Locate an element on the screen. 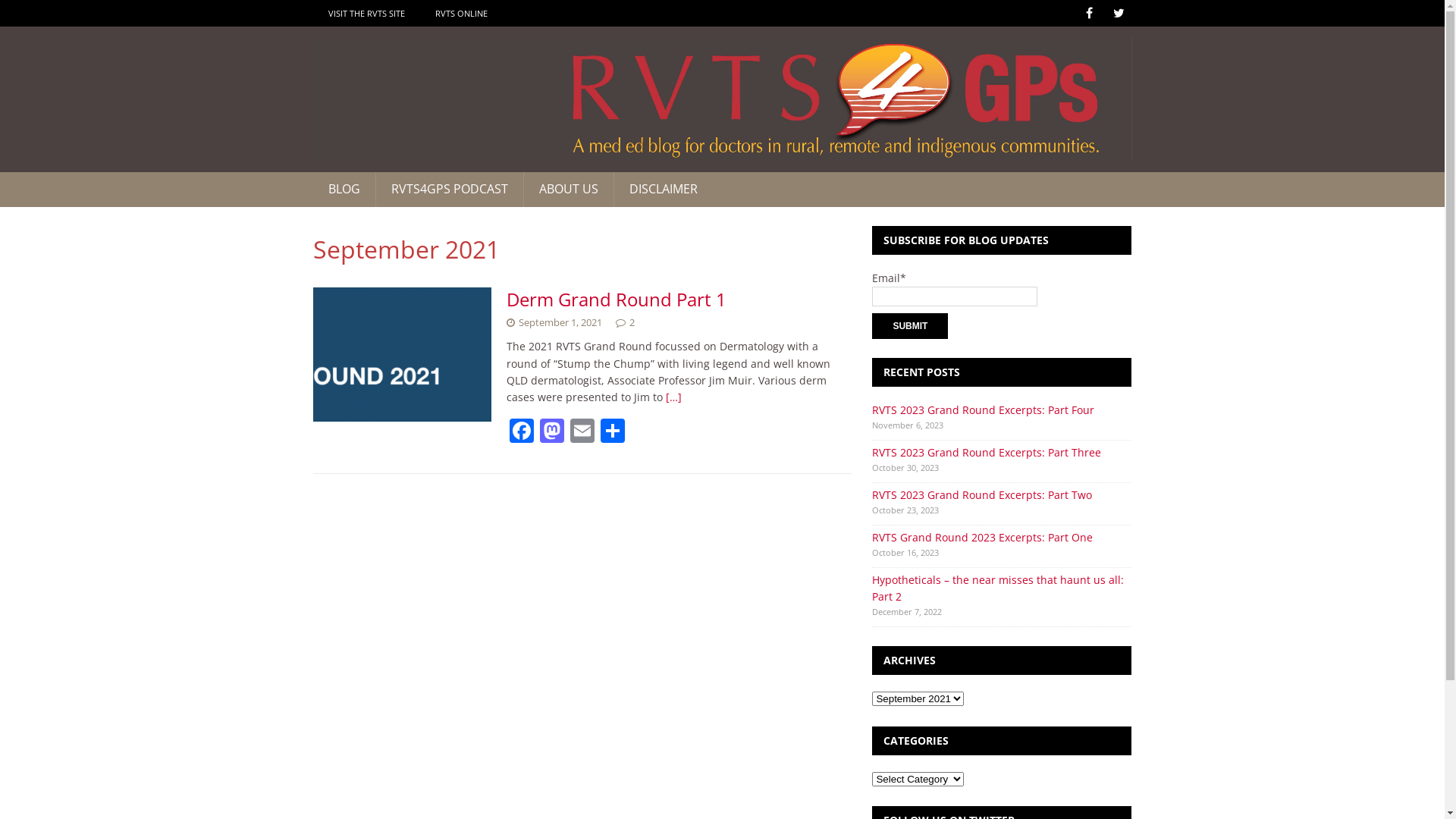  'RVTS Grand Round 2023 Excerpts: Part One' is located at coordinates (872, 536).